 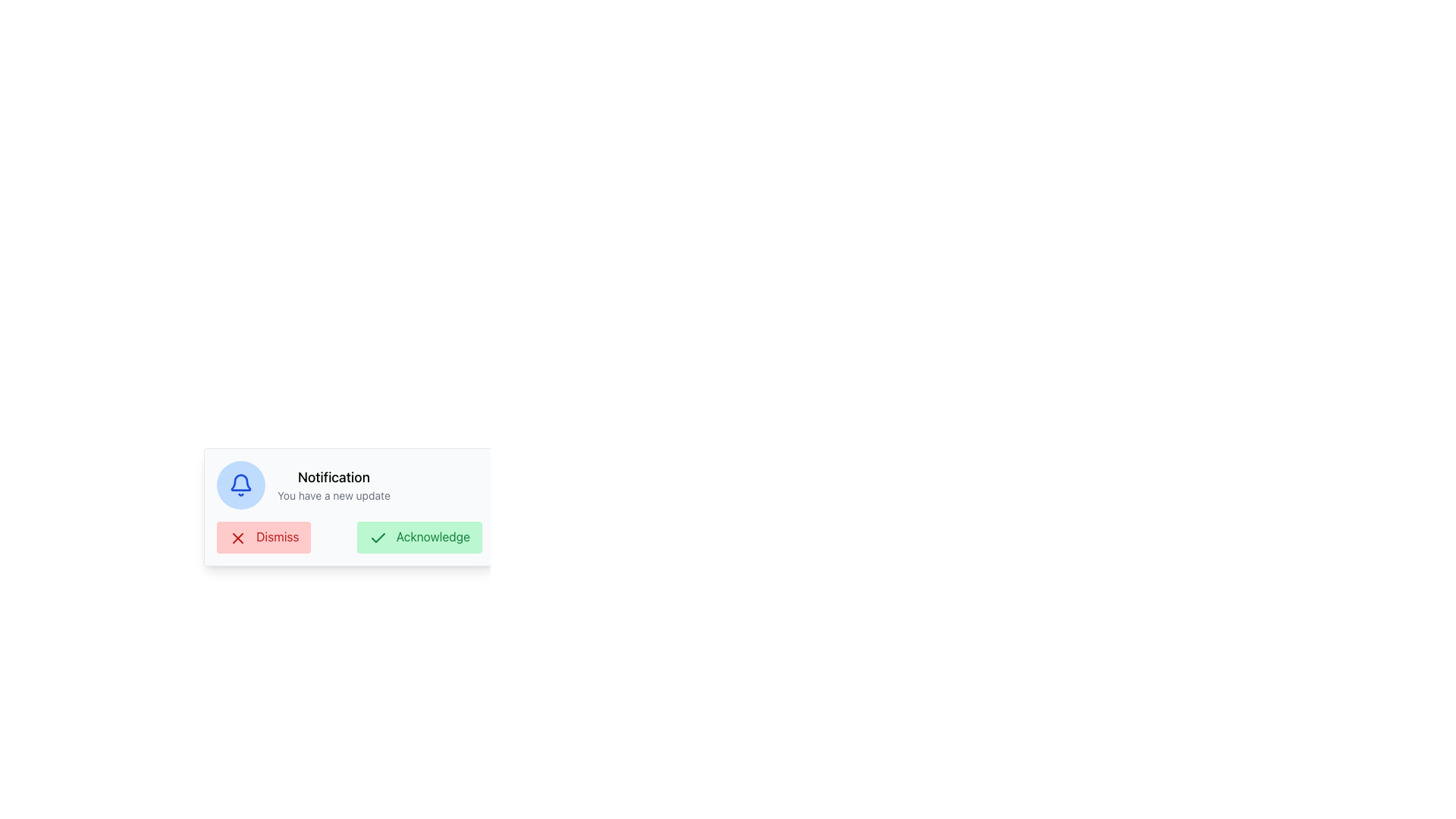 What do you see at coordinates (348, 536) in the screenshot?
I see `the 'Acknowledge' button located in the lower region of the notification component to acknowledge the notification` at bounding box center [348, 536].